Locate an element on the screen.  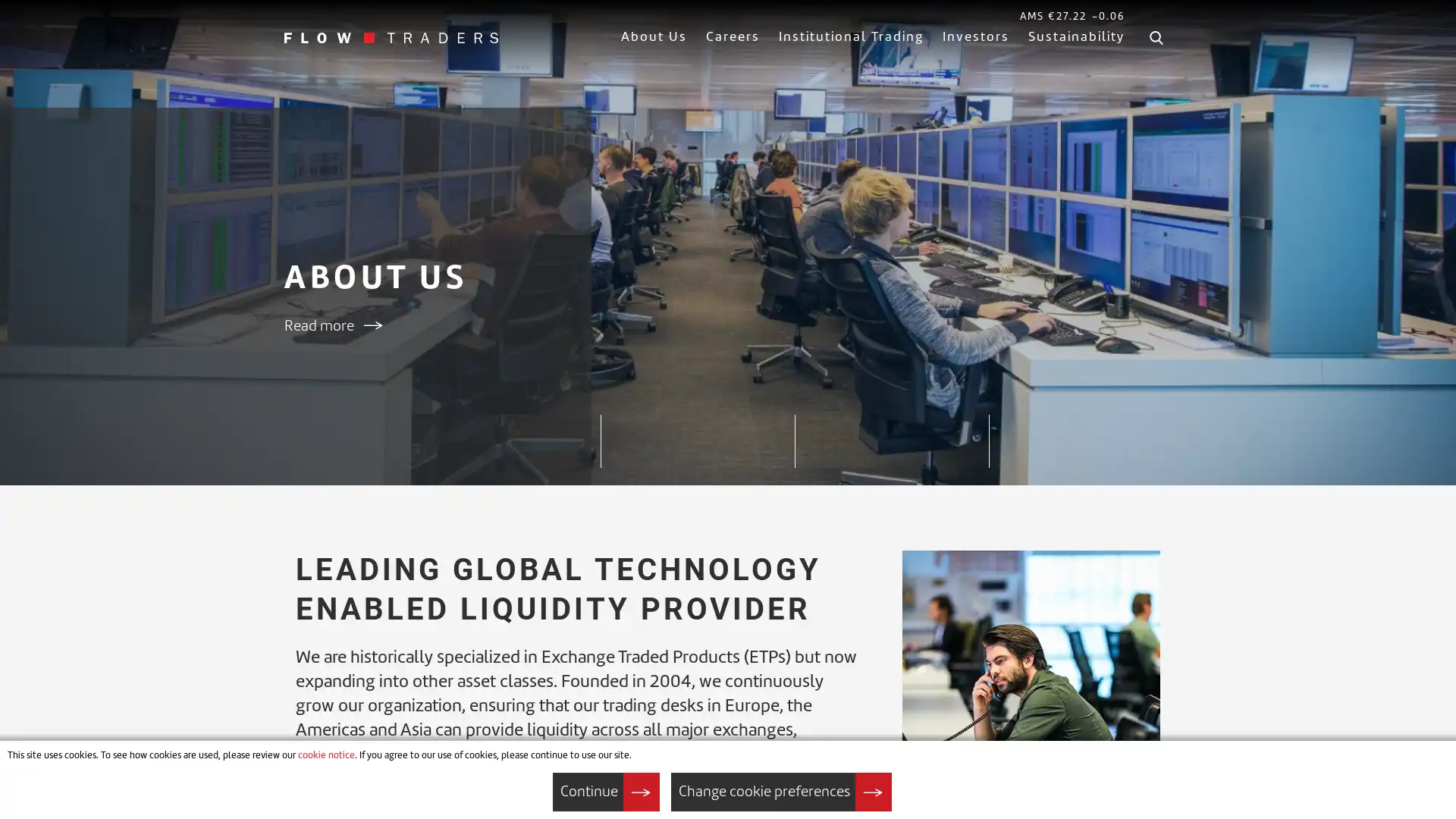
Change cookie preferences is located at coordinates (781, 791).